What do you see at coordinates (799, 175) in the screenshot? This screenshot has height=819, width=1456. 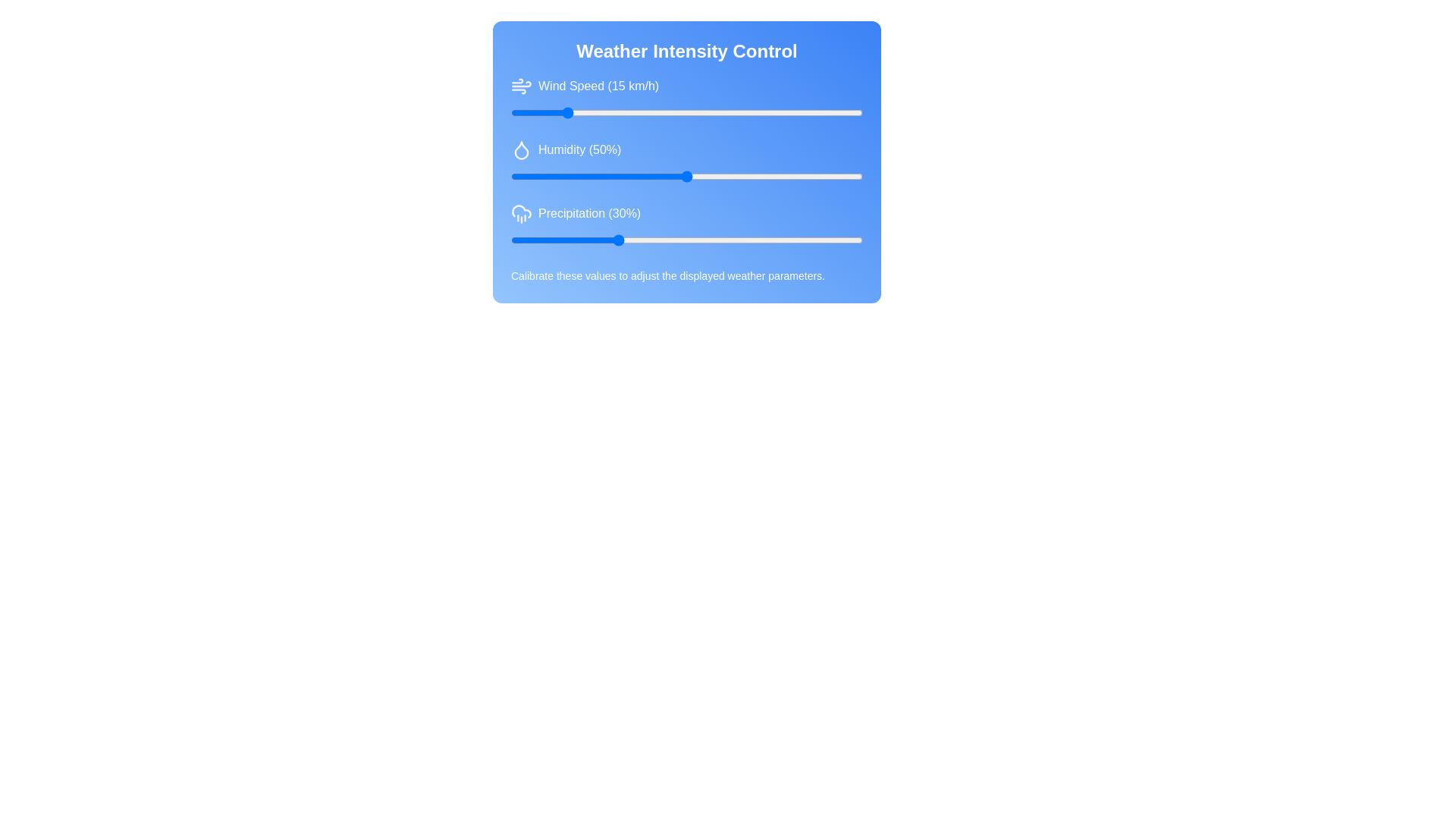 I see `the humidity` at bounding box center [799, 175].